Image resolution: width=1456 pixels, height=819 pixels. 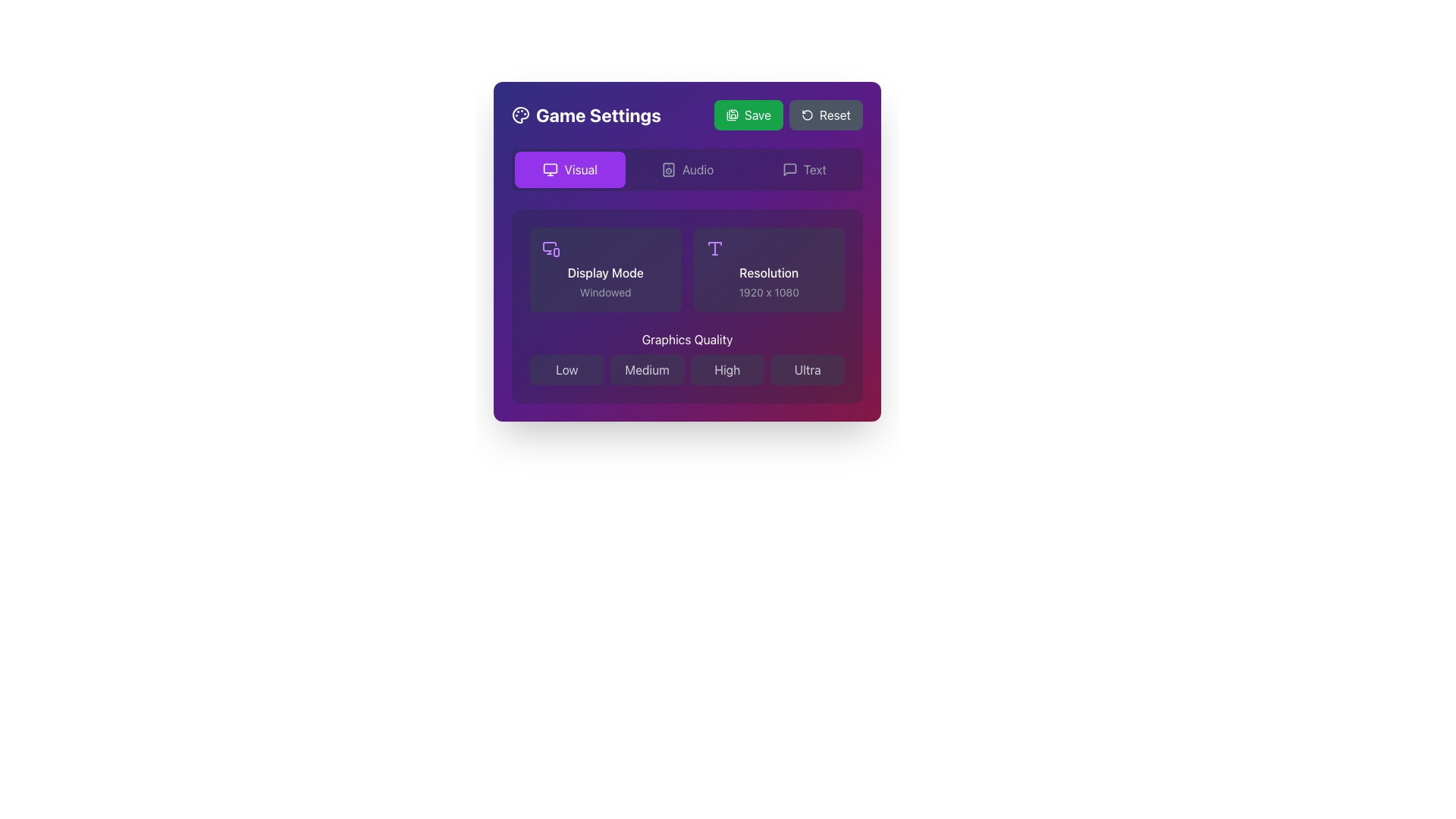 What do you see at coordinates (714, 247) in the screenshot?
I see `the purple 'T' icon representing text or typography located in the 'Resolution' section of the interface, which precedes the text labels` at bounding box center [714, 247].